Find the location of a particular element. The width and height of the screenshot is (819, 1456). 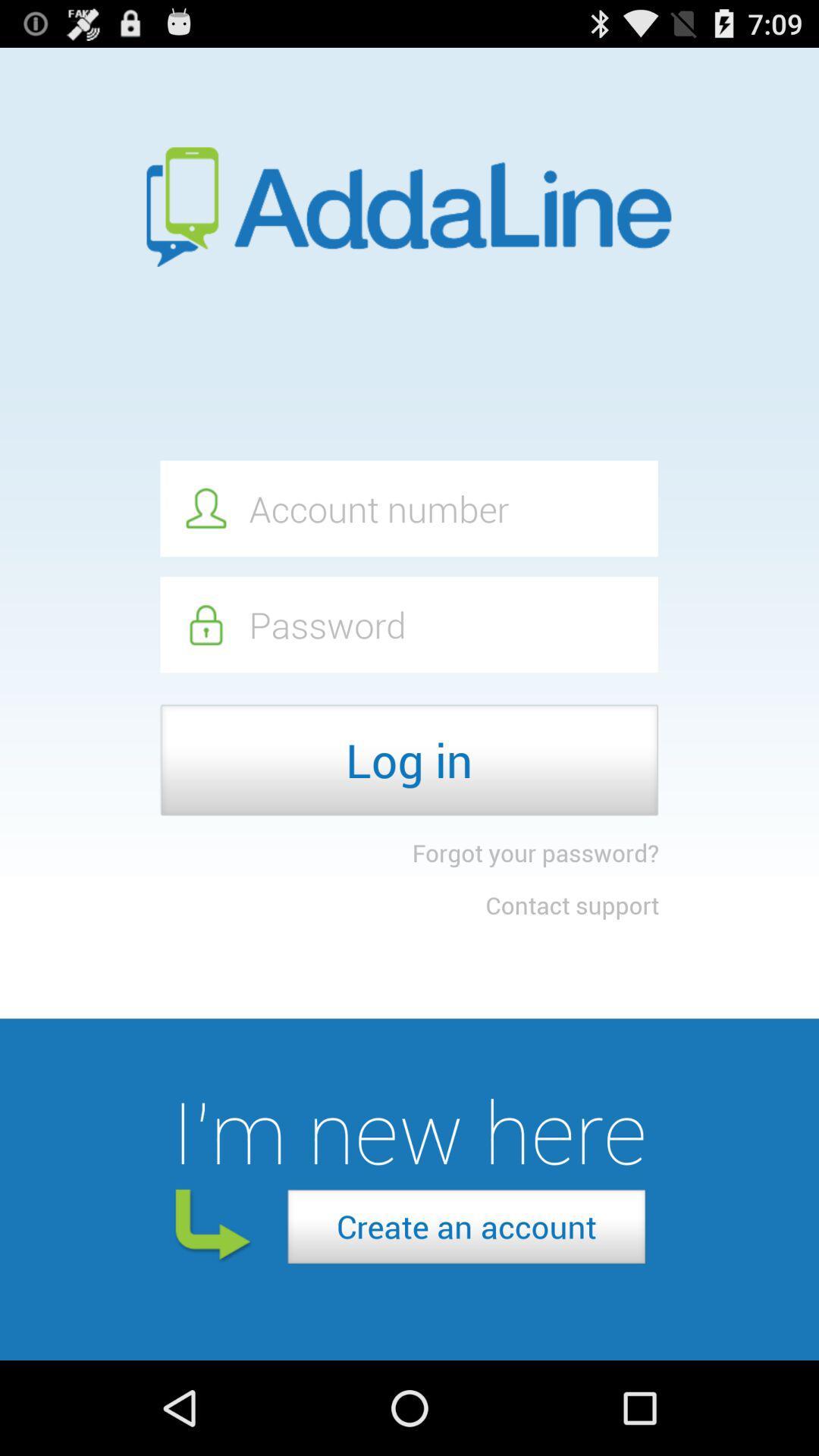

write your password is located at coordinates (408, 624).